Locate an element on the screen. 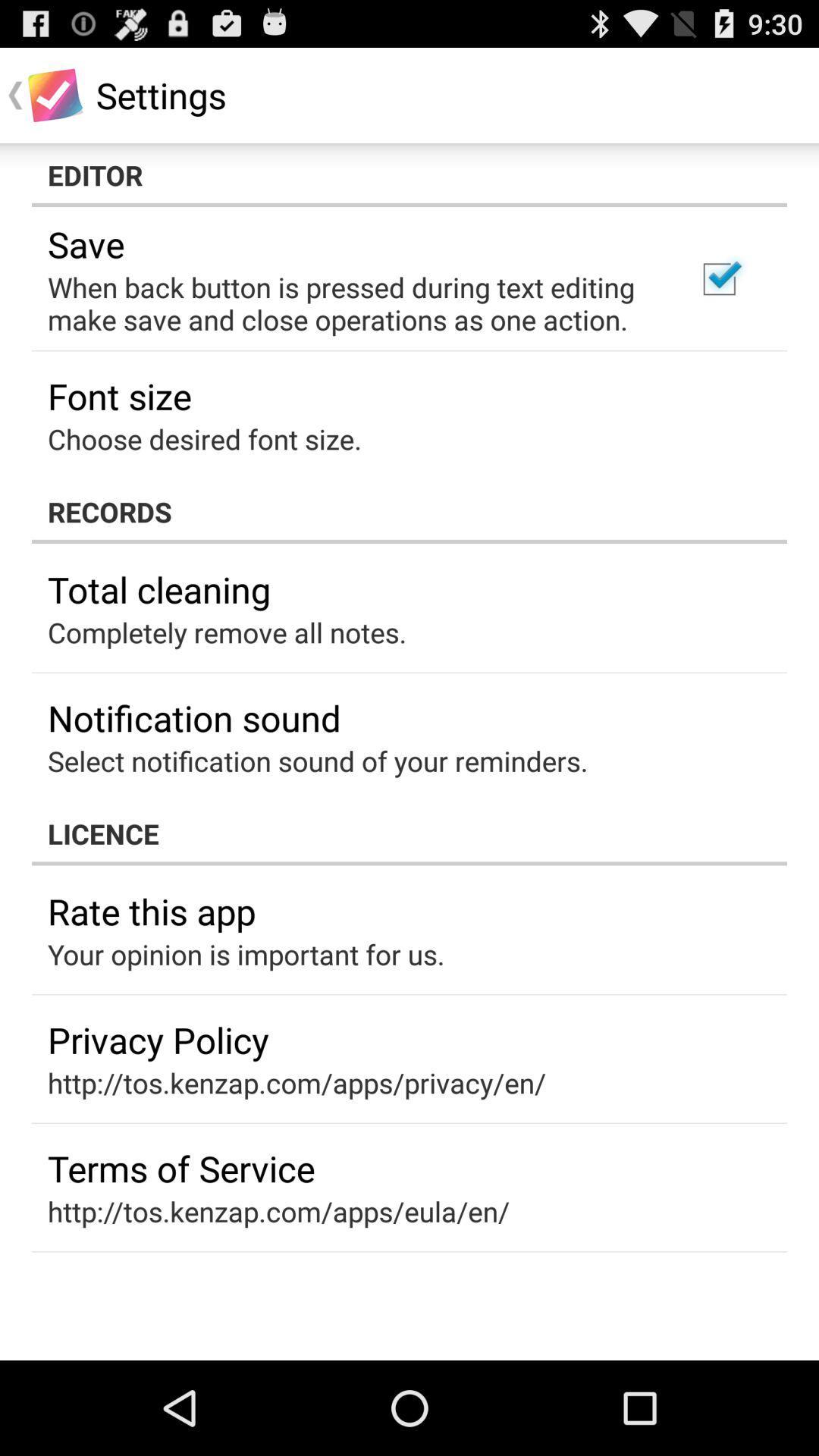 The image size is (819, 1456). the editor icon is located at coordinates (409, 174).